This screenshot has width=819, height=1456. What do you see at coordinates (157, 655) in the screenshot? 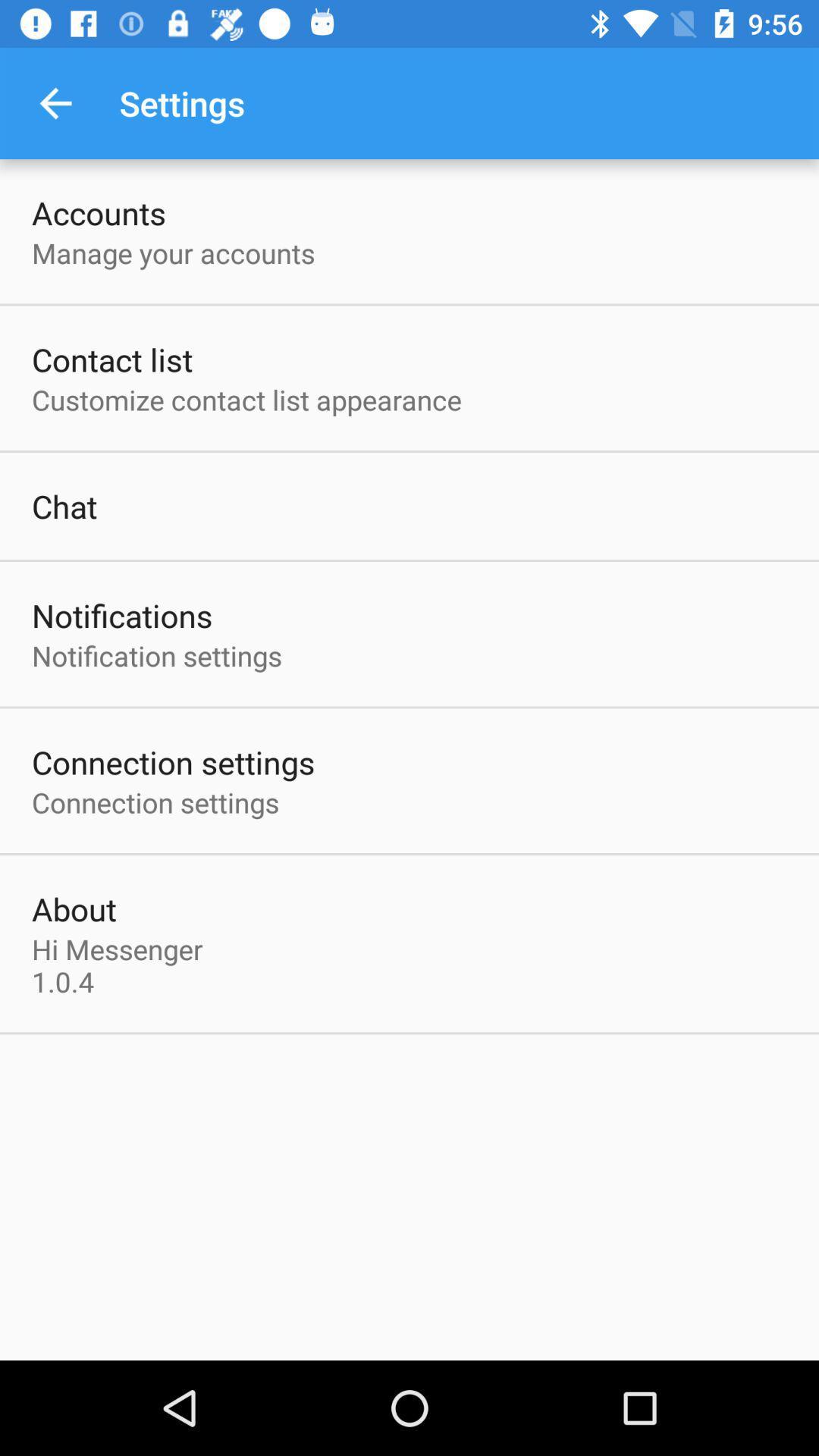
I see `the notification settings icon` at bounding box center [157, 655].